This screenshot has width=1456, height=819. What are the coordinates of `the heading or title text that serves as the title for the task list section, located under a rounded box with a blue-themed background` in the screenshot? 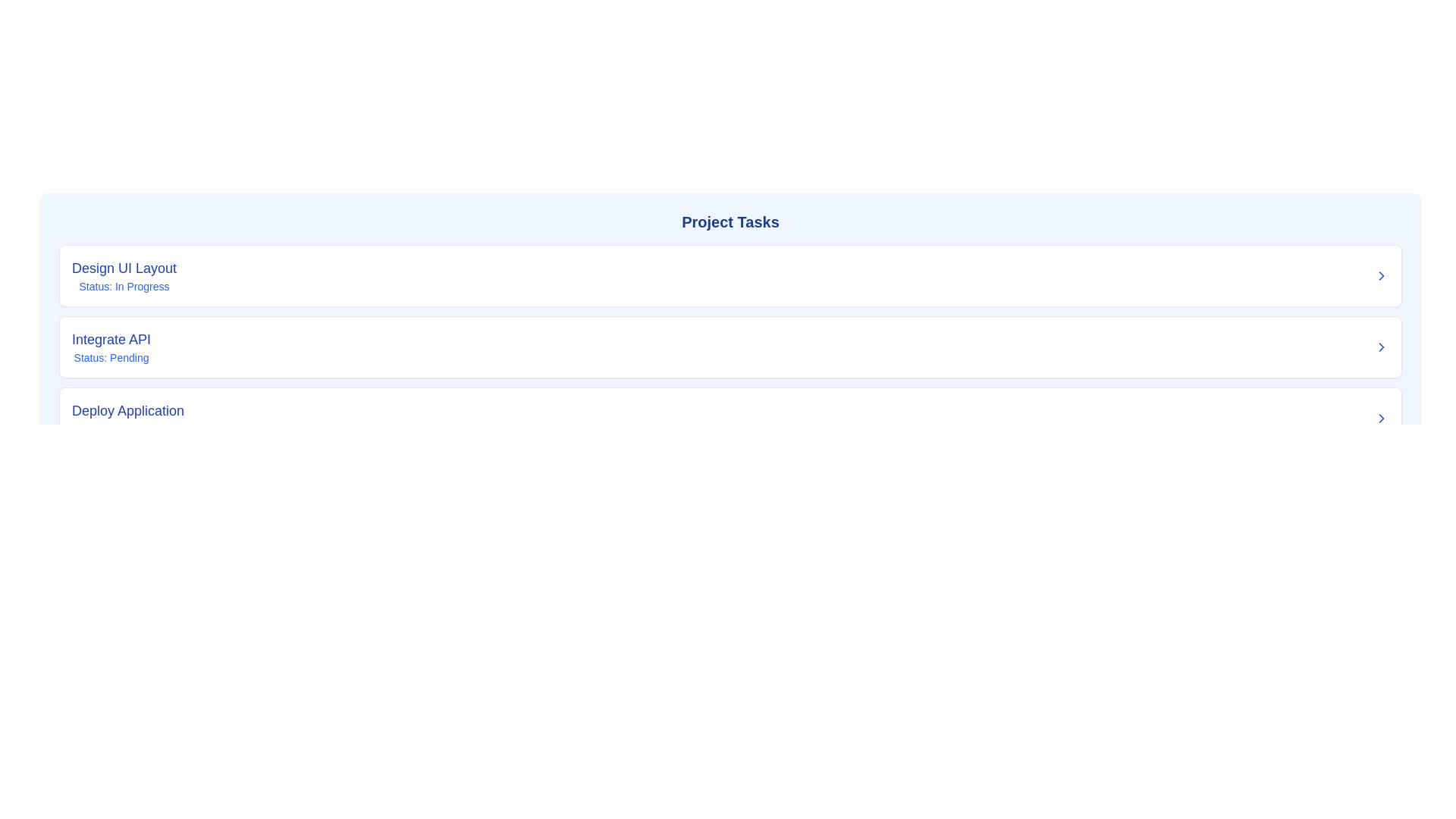 It's located at (730, 222).